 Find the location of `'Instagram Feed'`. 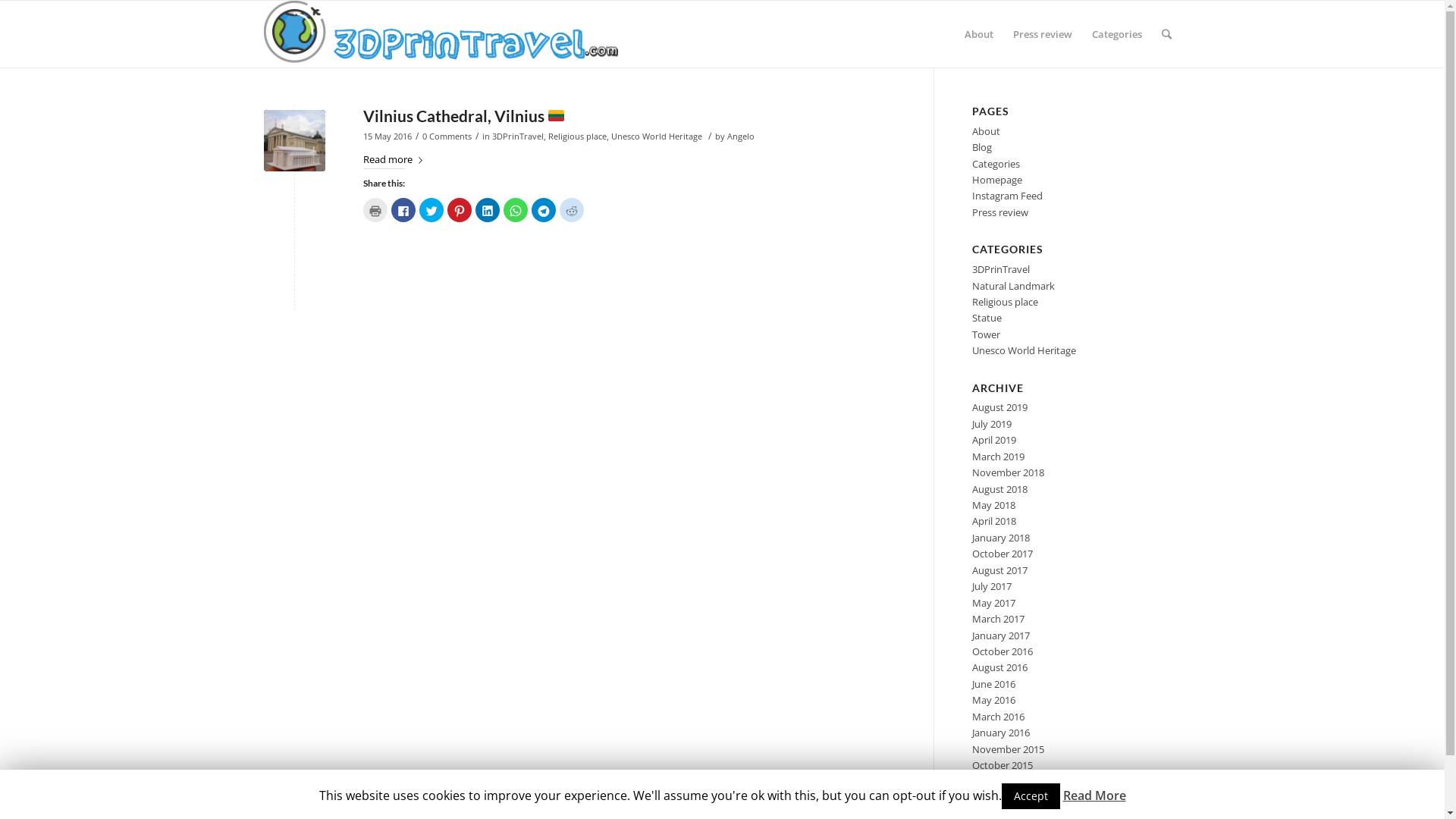

'Instagram Feed' is located at coordinates (1007, 195).